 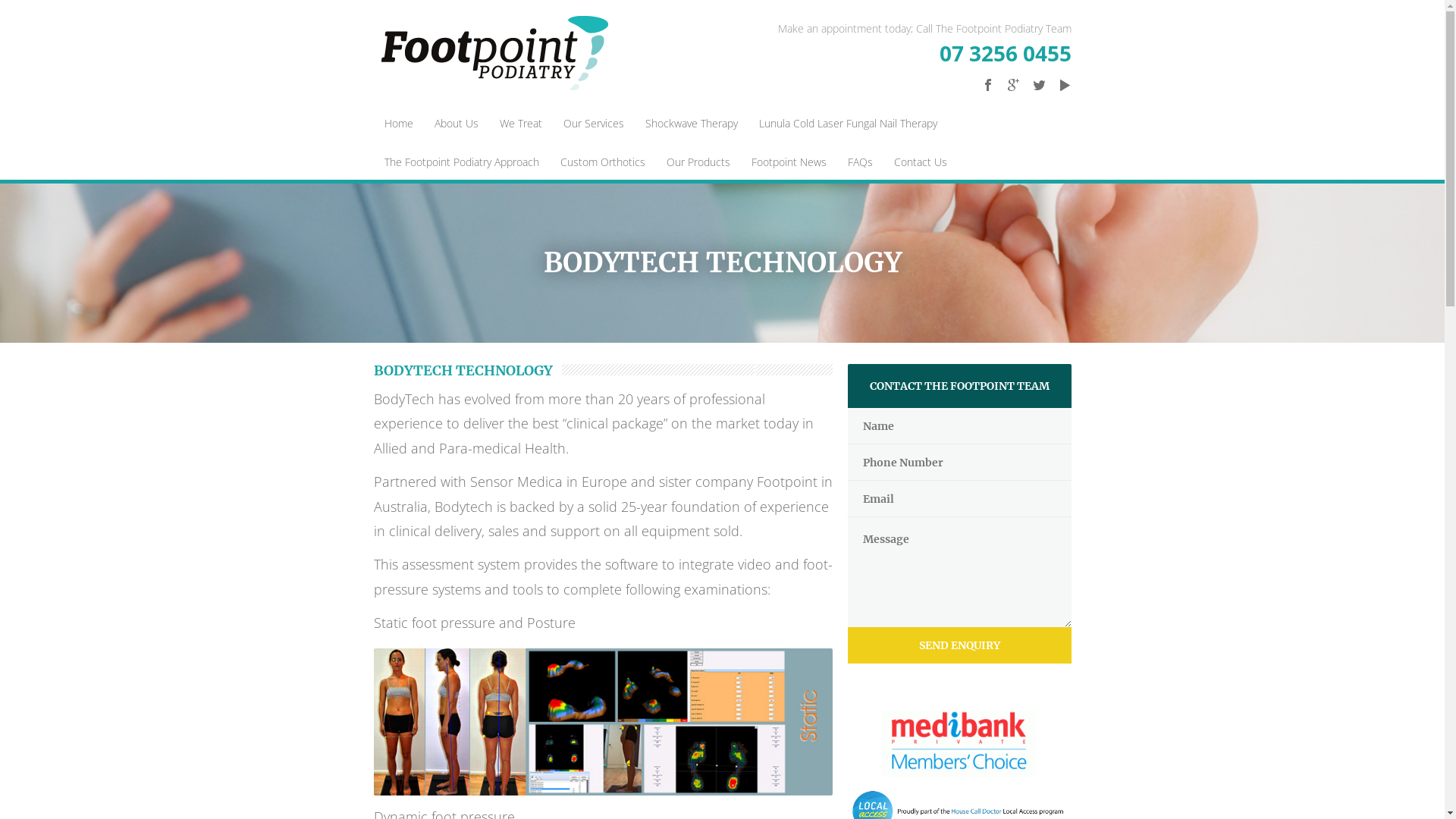 I want to click on 'Custom Orthotics', so click(x=601, y=164).